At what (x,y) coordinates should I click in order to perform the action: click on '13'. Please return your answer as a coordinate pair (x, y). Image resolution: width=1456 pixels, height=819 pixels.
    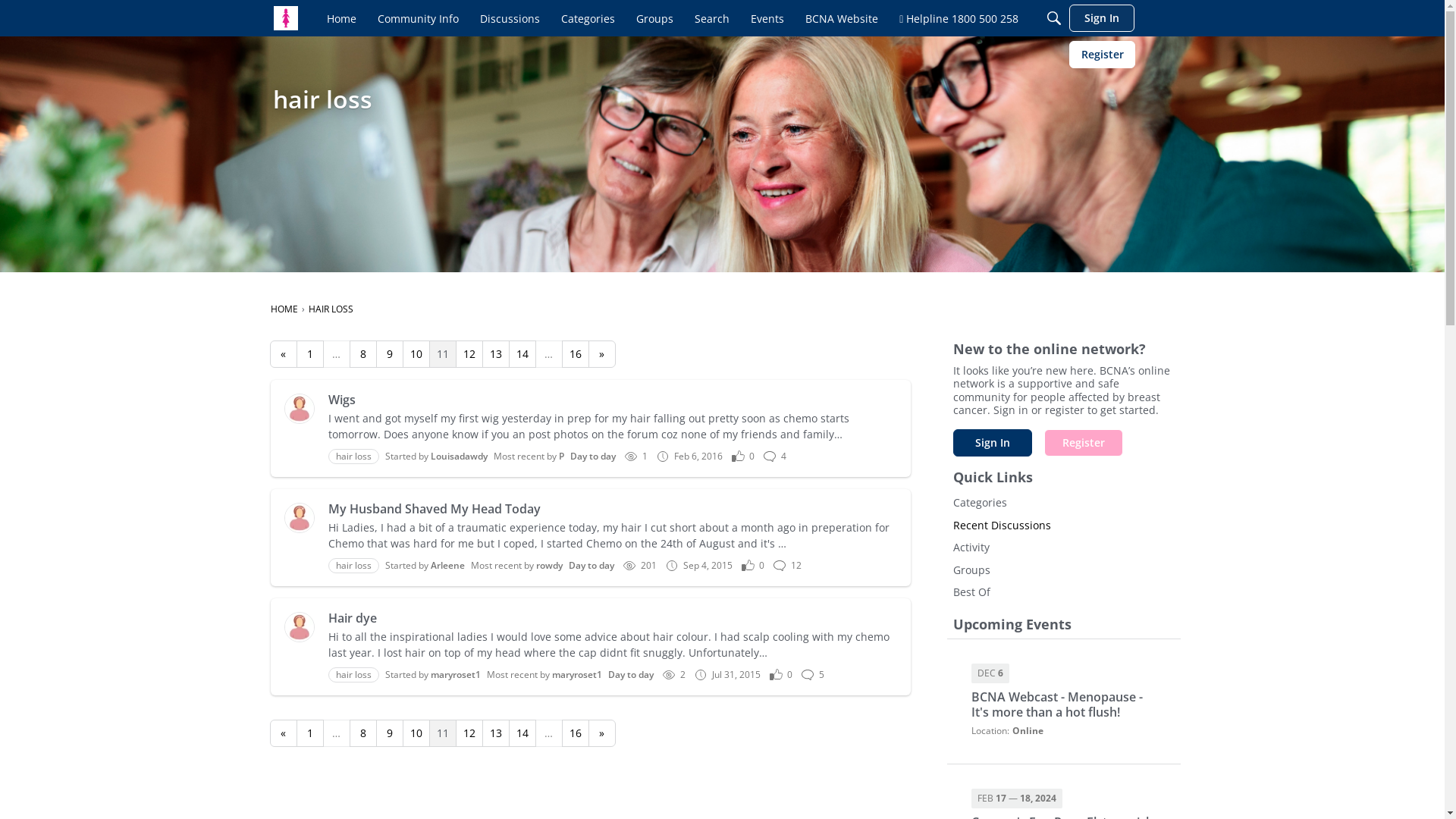
    Looking at the image, I should click on (495, 353).